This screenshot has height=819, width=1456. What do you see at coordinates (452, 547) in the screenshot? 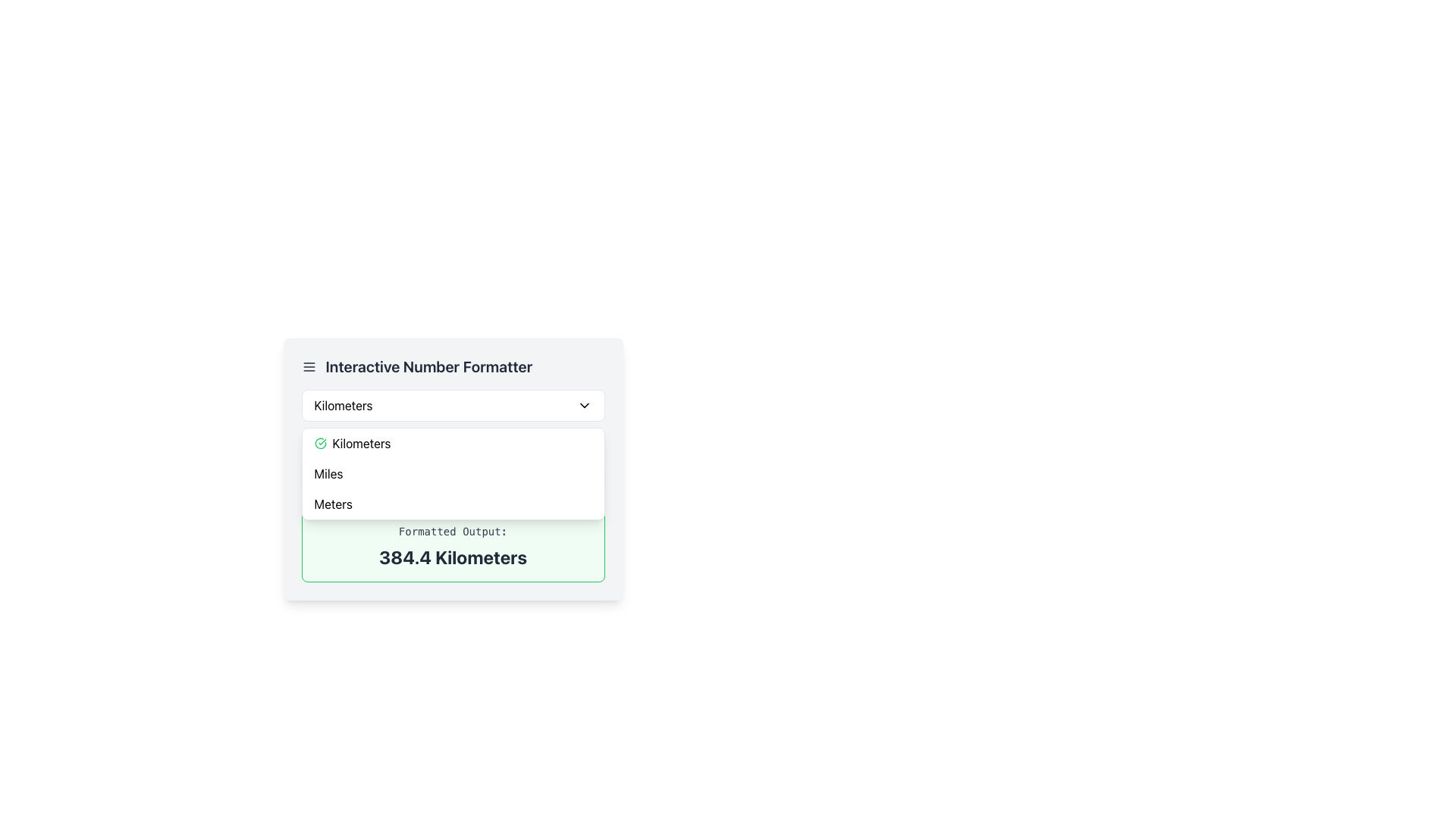
I see `displayed text '384.4 Kilometers' from the Output Display Section located at the lower portion of the 'Interactive Number Formatter' card` at bounding box center [452, 547].